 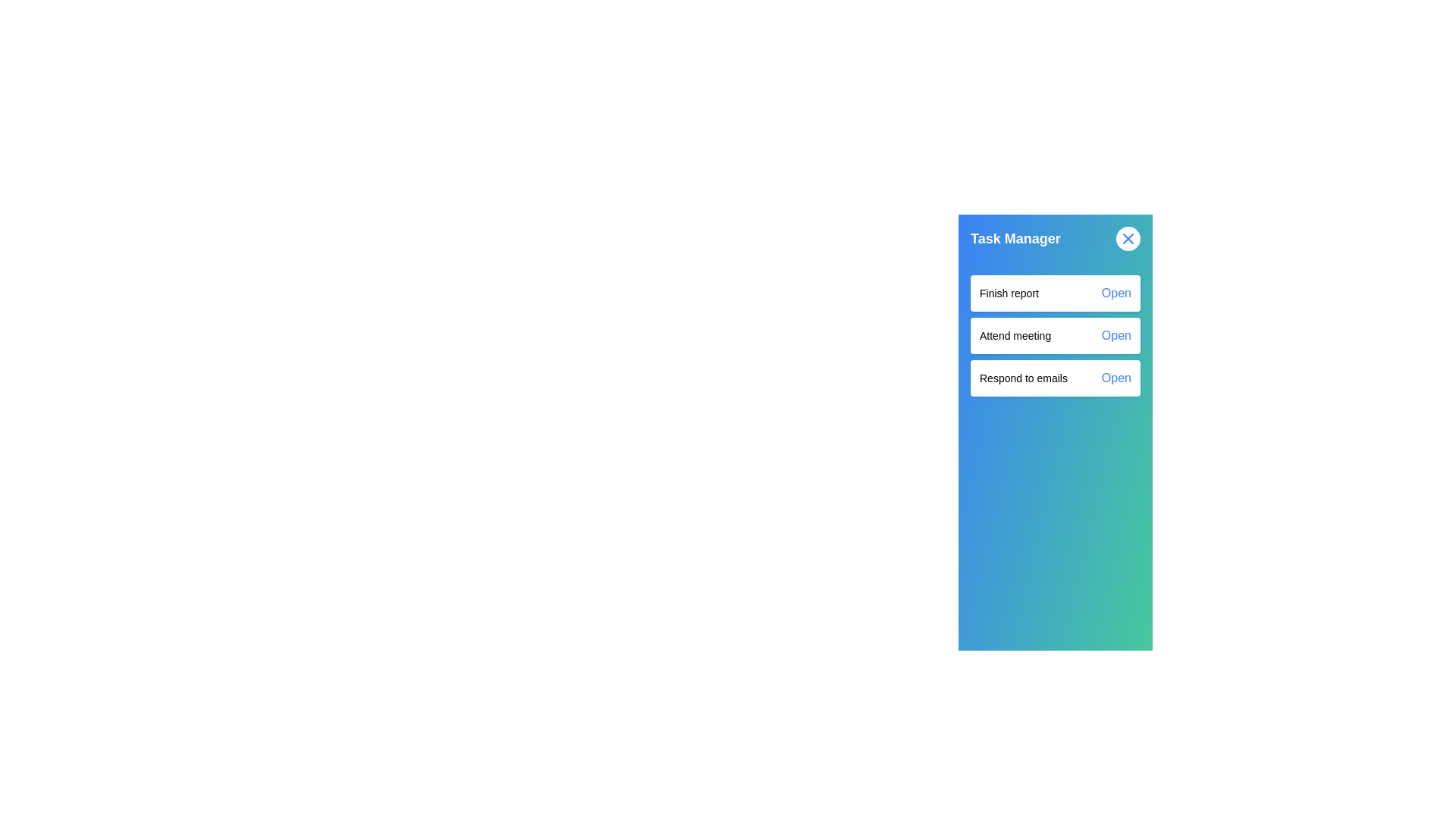 I want to click on the clickable text element labeled 'Open', styled with blue text and an underline on hover, located next to 'Respond to emails' in the bottommost task entry of the vertical list, so click(x=1116, y=377).